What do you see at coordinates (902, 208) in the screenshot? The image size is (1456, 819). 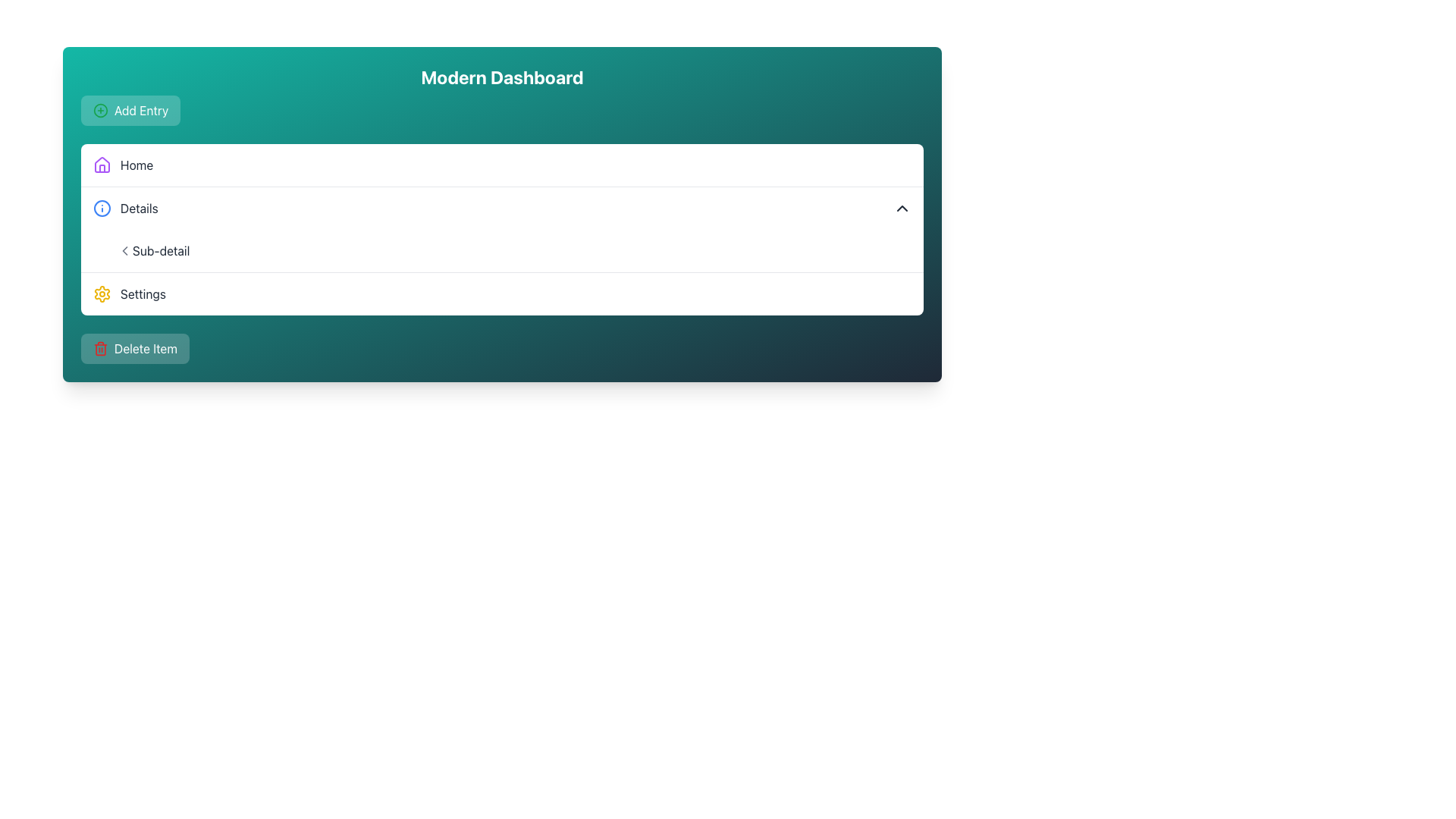 I see `the chevron icon located immediately to the right of the 'Details' row` at bounding box center [902, 208].